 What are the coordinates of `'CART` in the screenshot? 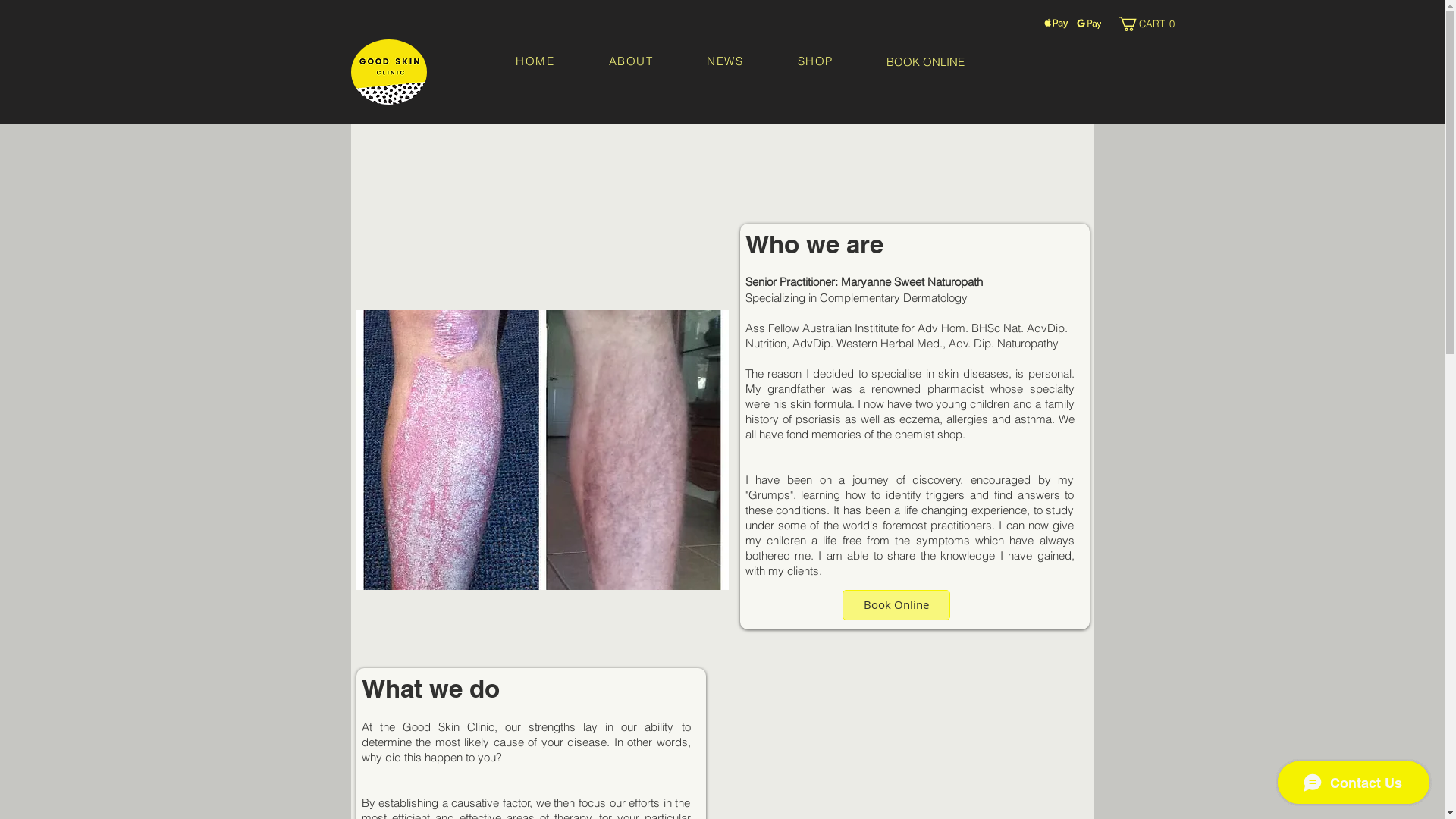 It's located at (1149, 24).